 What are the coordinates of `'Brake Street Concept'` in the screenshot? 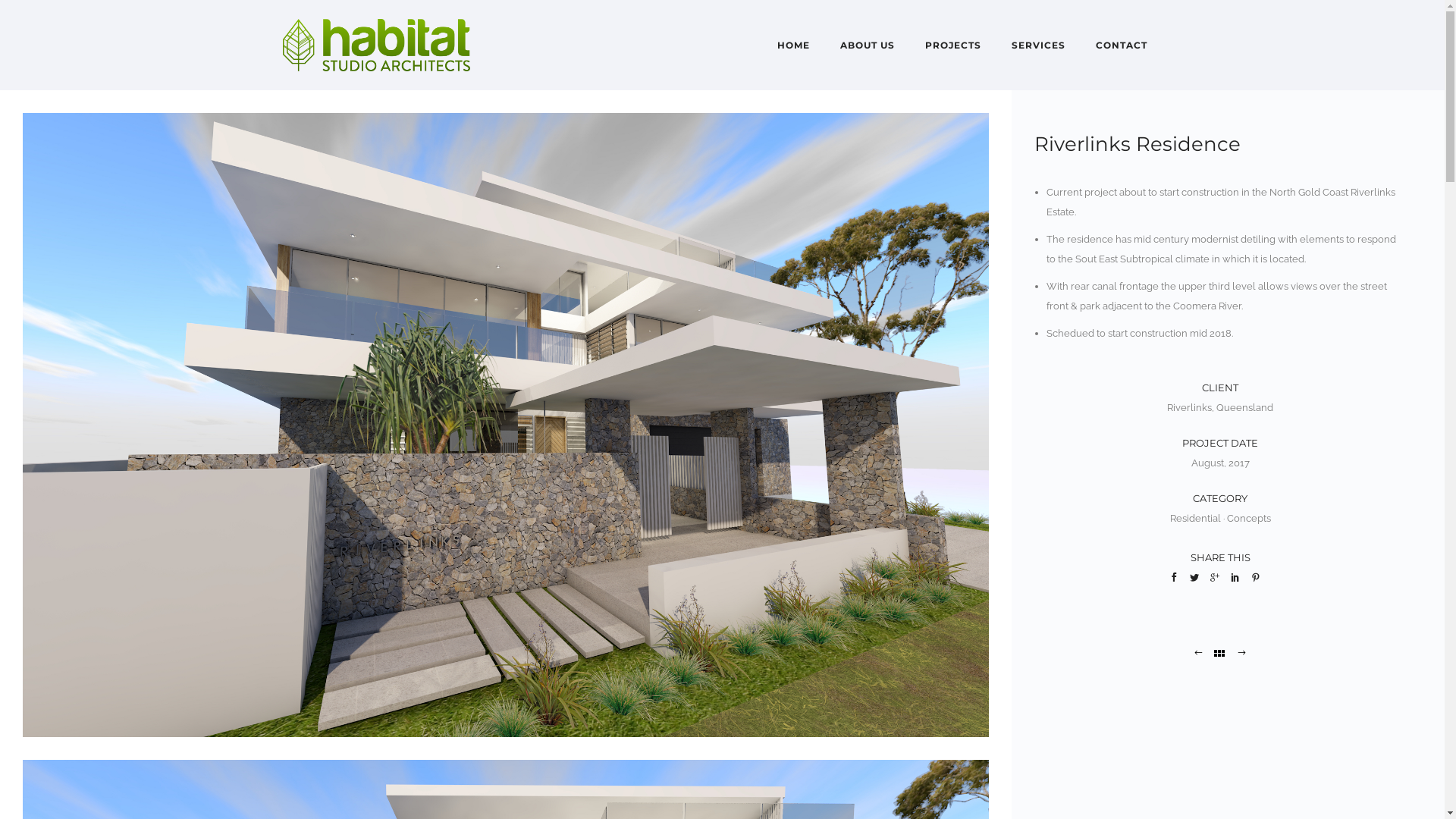 It's located at (1197, 653).